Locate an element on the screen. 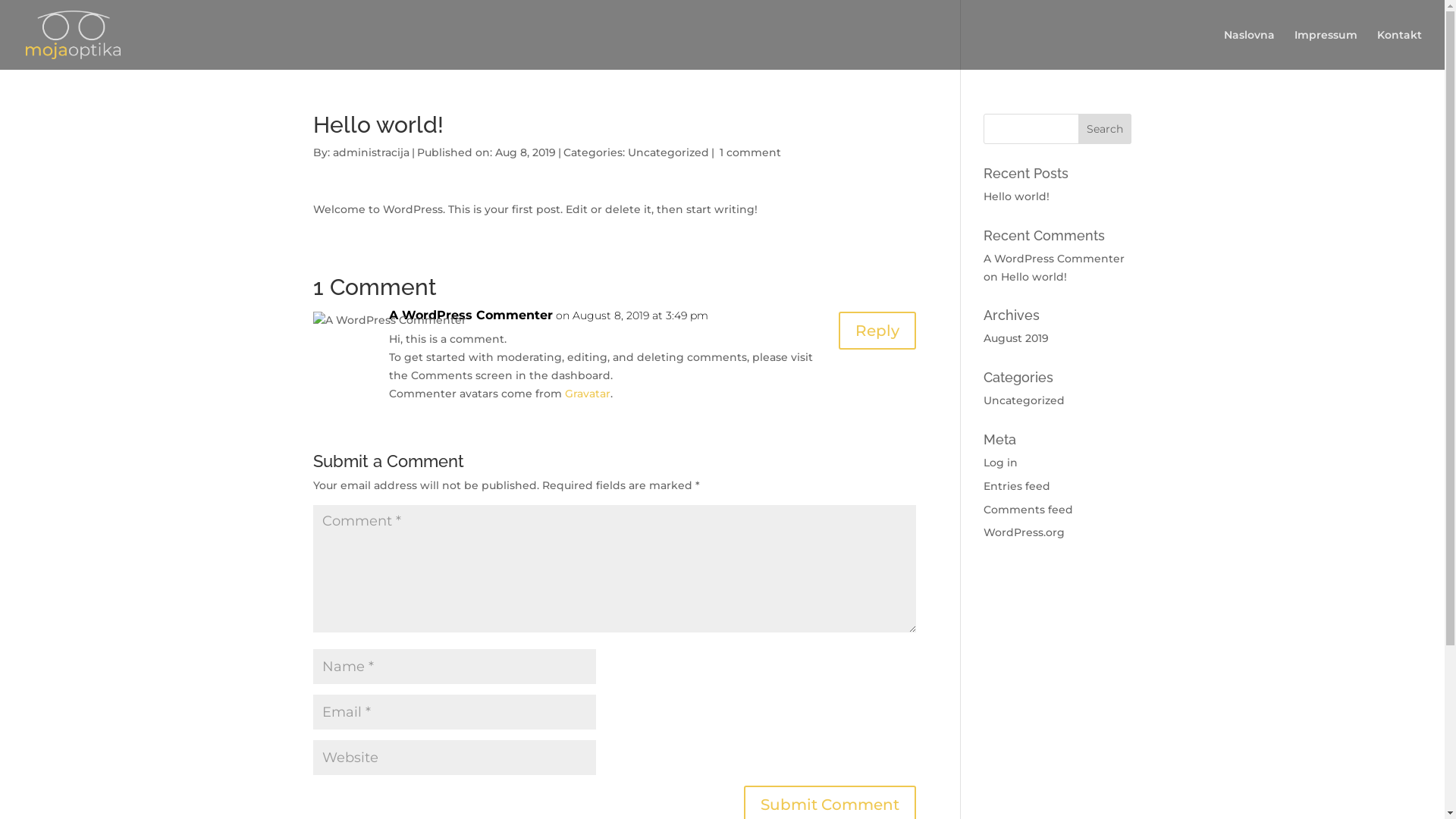 This screenshot has height=819, width=1456. 'Kontakt' is located at coordinates (1398, 49).